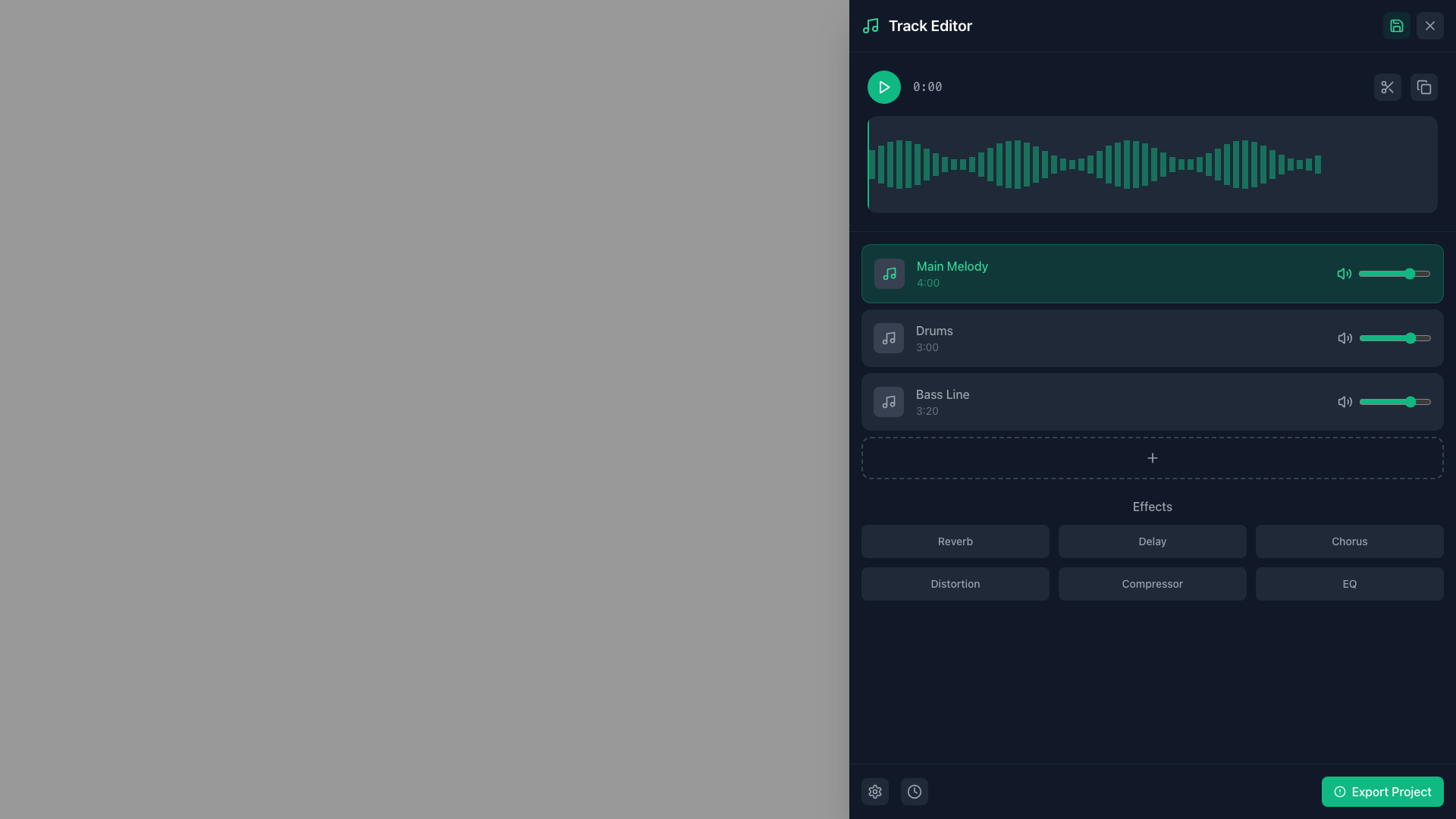  Describe the element at coordinates (1387, 87) in the screenshot. I see `the scissors icon located in the top-right corner of the panel` at that location.